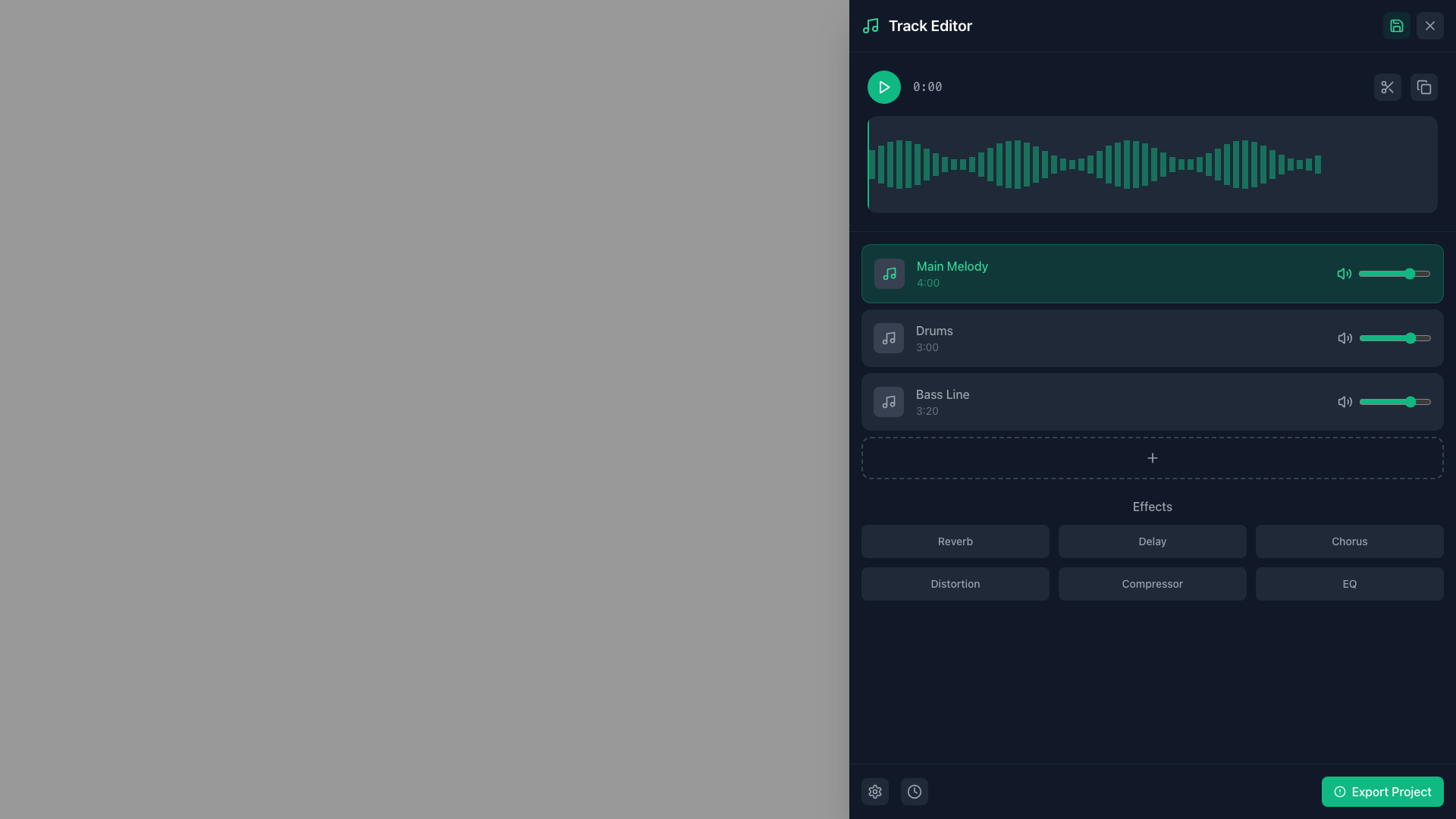  Describe the element at coordinates (1387, 87) in the screenshot. I see `the scissors icon located in the top-right corner of the panel` at that location.